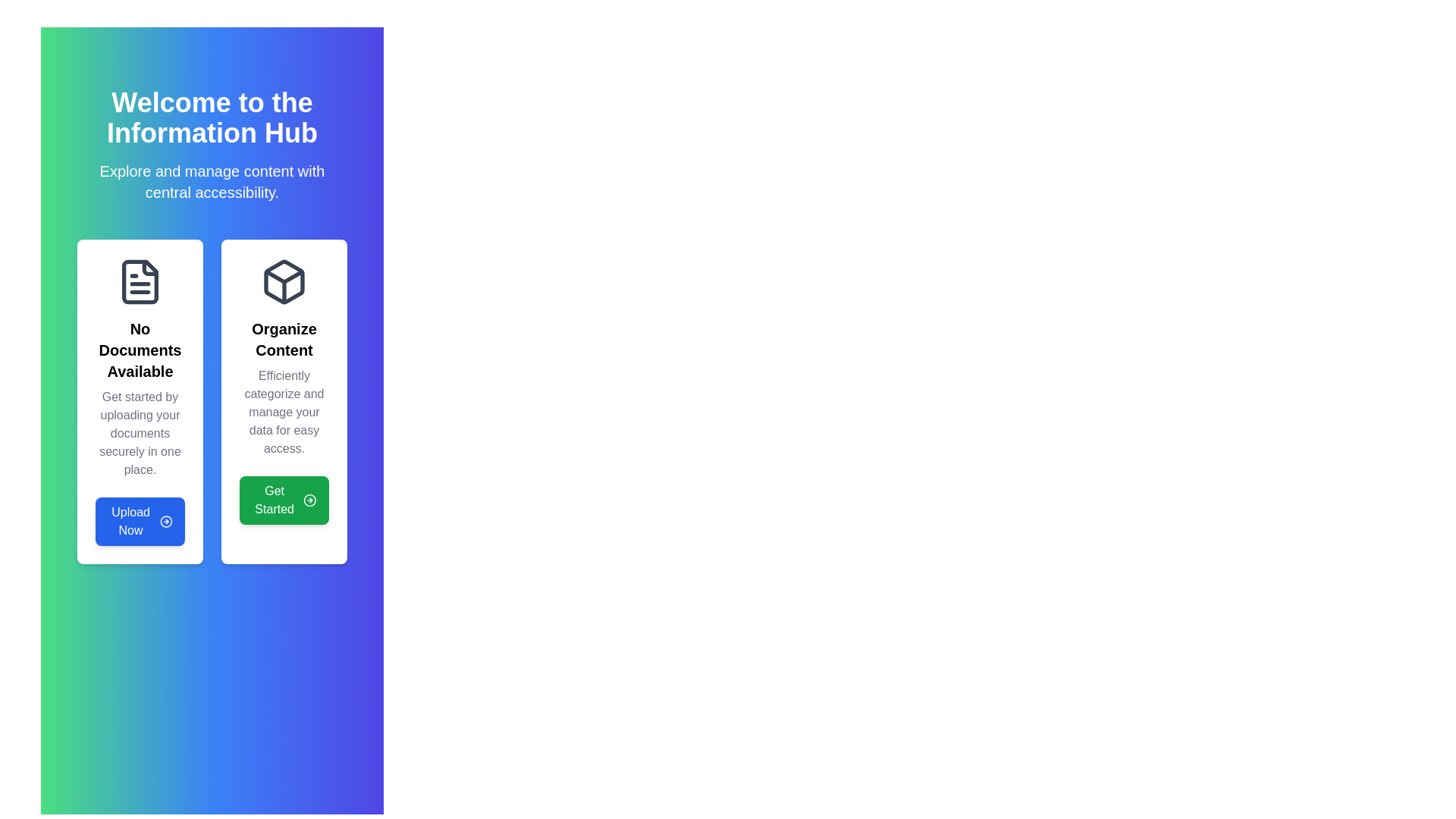 This screenshot has height=819, width=1456. Describe the element at coordinates (284, 500) in the screenshot. I see `the green rectangular button labeled 'Get Started'` at that location.